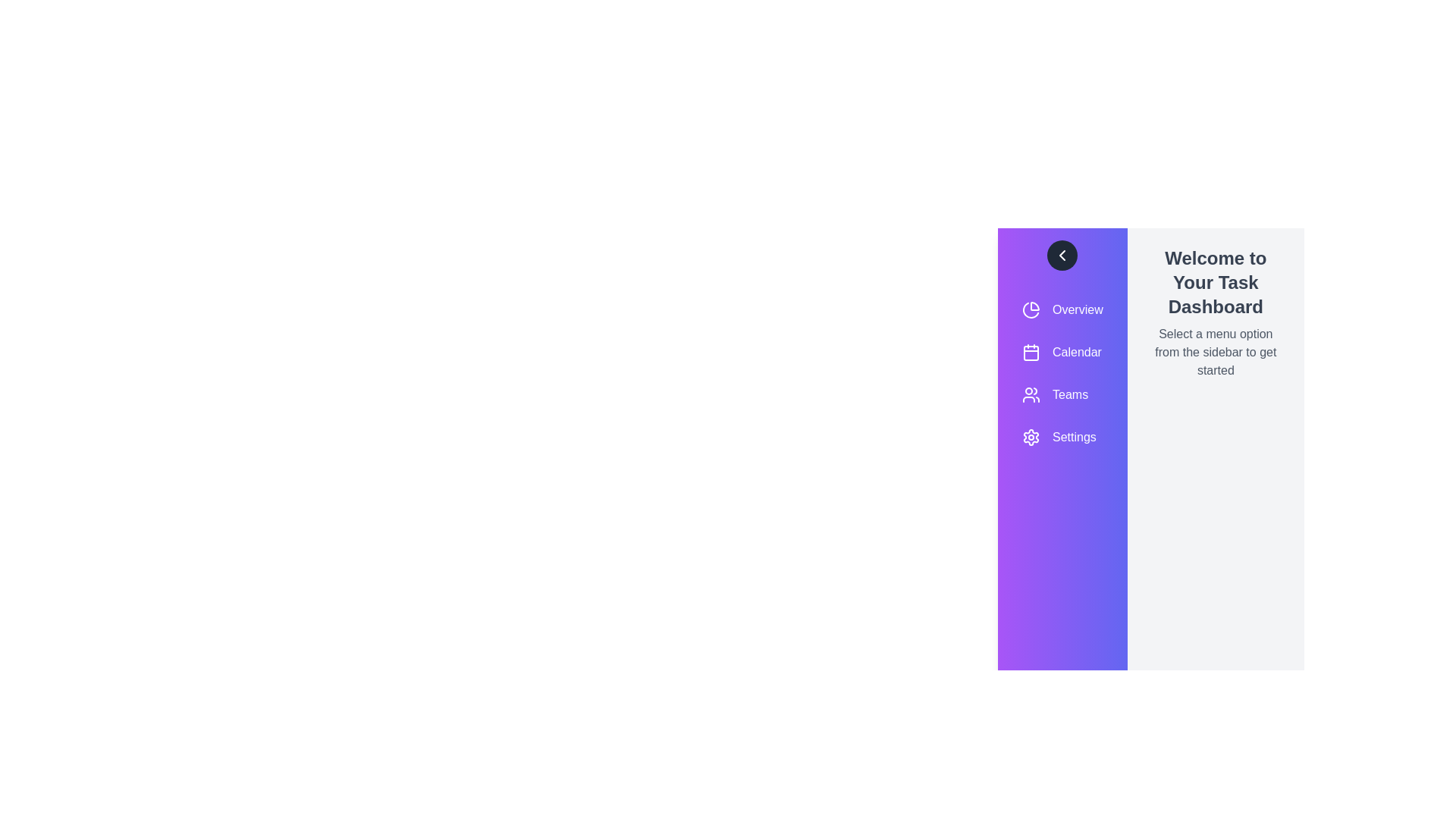 This screenshot has height=819, width=1456. I want to click on the menu item labeled Overview, so click(1062, 309).